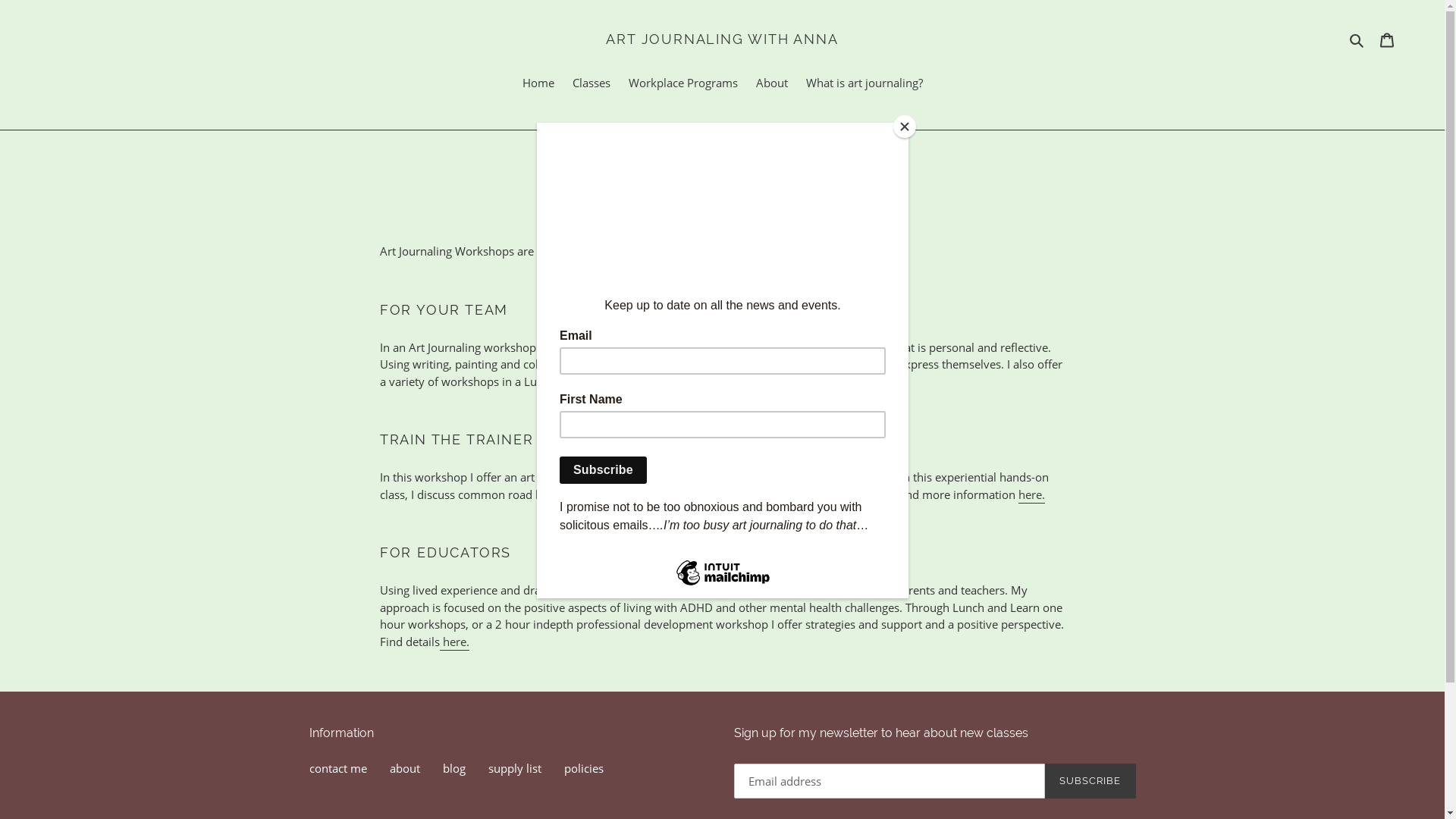 The width and height of the screenshot is (1456, 819). What do you see at coordinates (389, 768) in the screenshot?
I see `'about'` at bounding box center [389, 768].